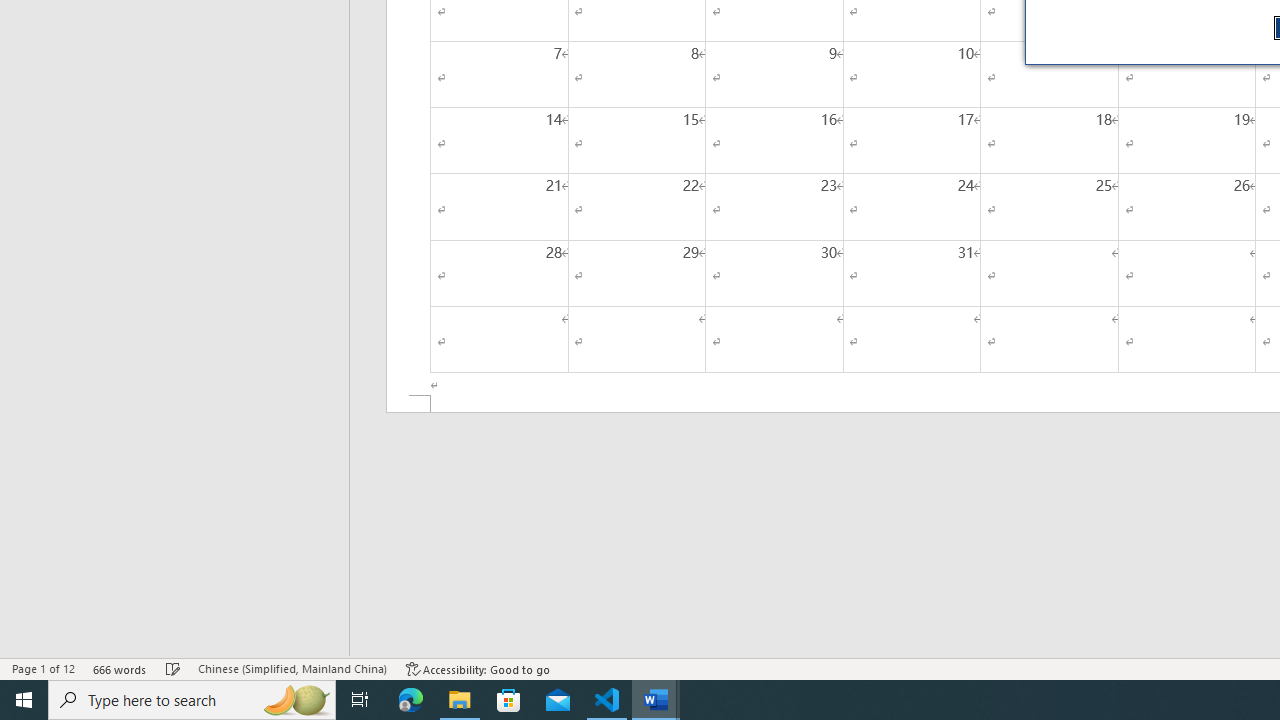  Describe the element at coordinates (606, 698) in the screenshot. I see `'Visual Studio Code - 1 running window'` at that location.